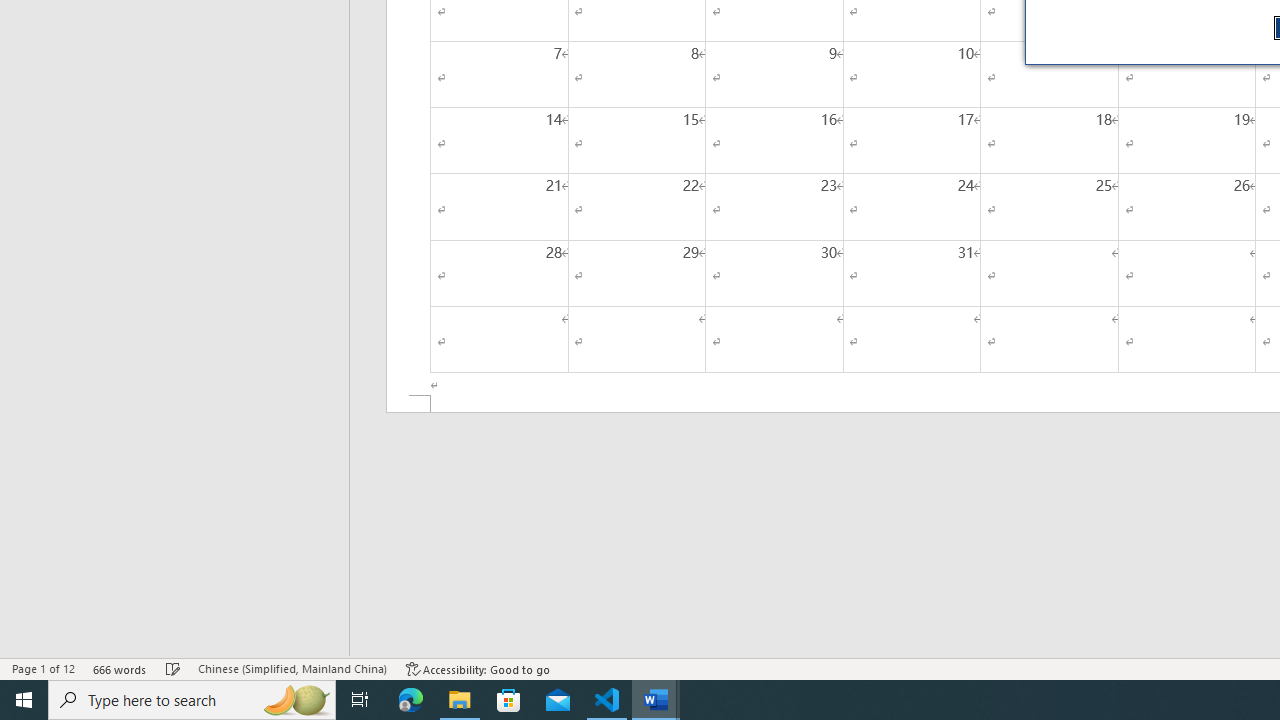  Describe the element at coordinates (606, 698) in the screenshot. I see `'Visual Studio Code - 1 running window'` at that location.